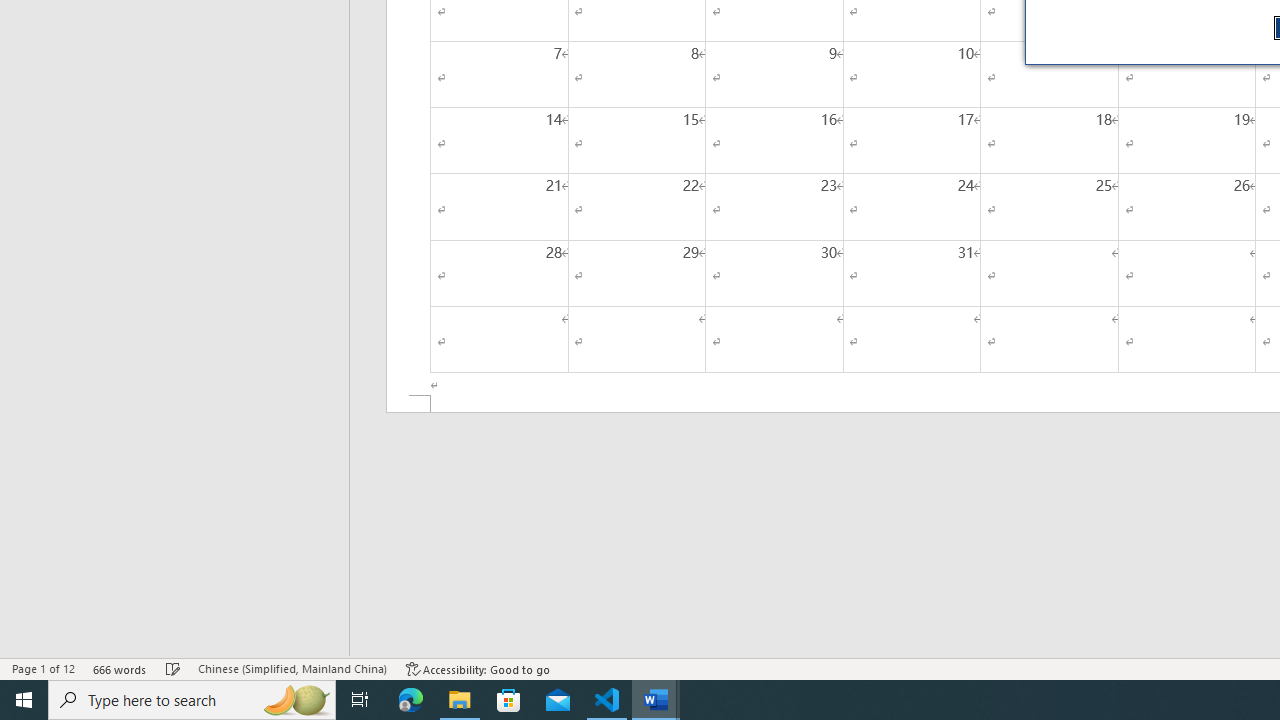  Describe the element at coordinates (606, 698) in the screenshot. I see `'Visual Studio Code - 1 running window'` at that location.